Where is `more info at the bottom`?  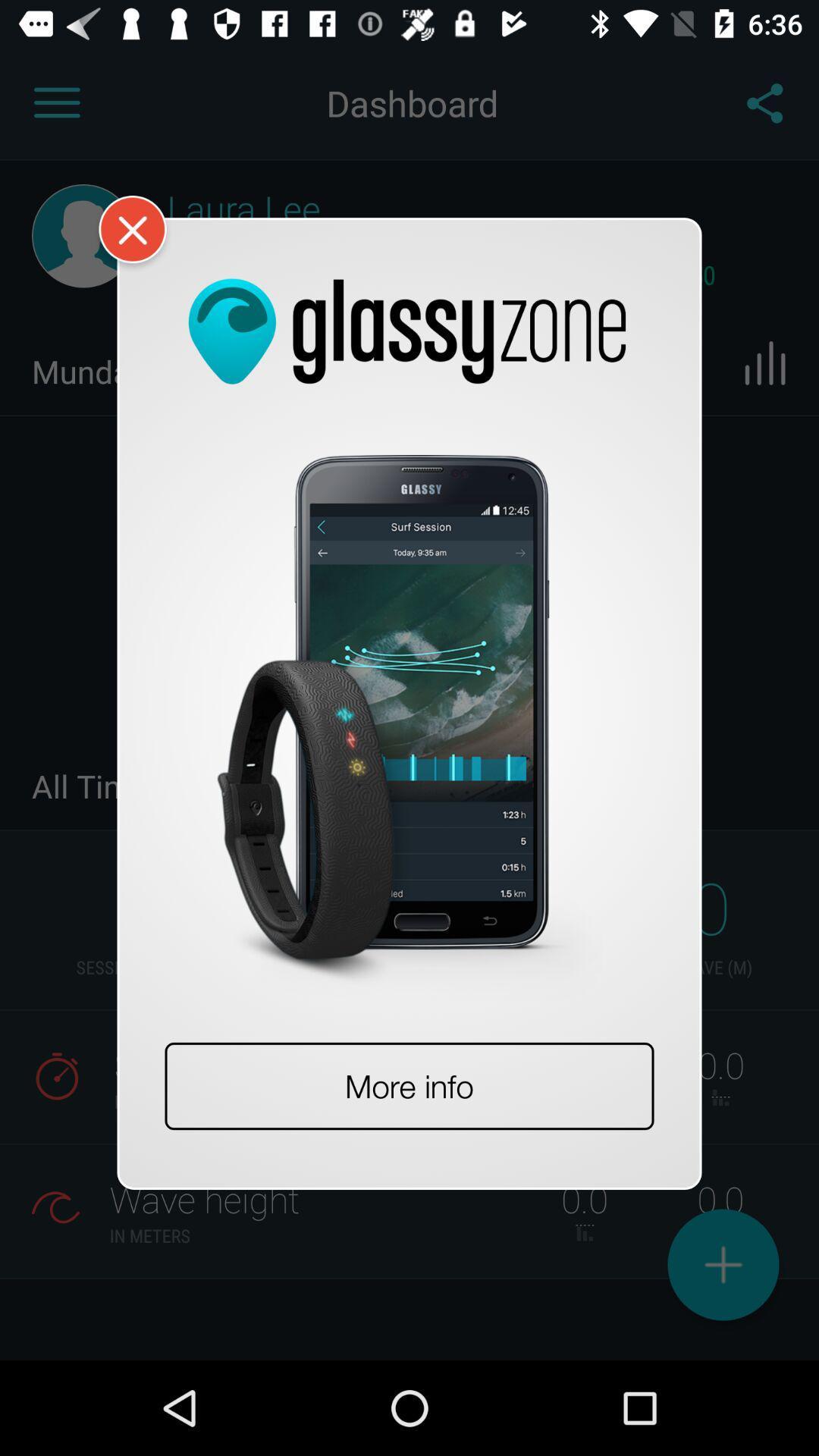 more info at the bottom is located at coordinates (409, 1085).